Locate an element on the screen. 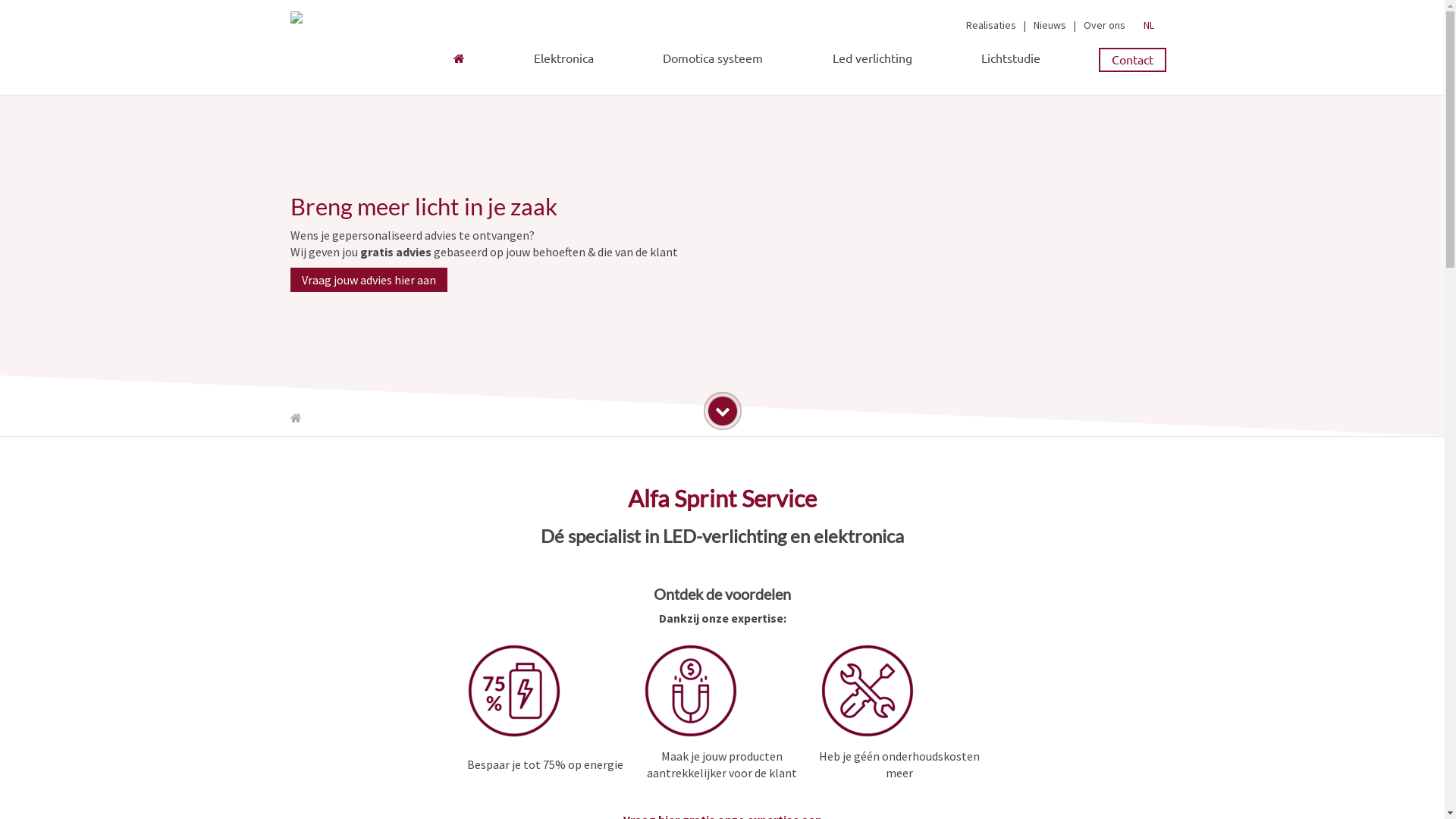 The width and height of the screenshot is (1456, 819). 'Elektronica' is located at coordinates (563, 58).